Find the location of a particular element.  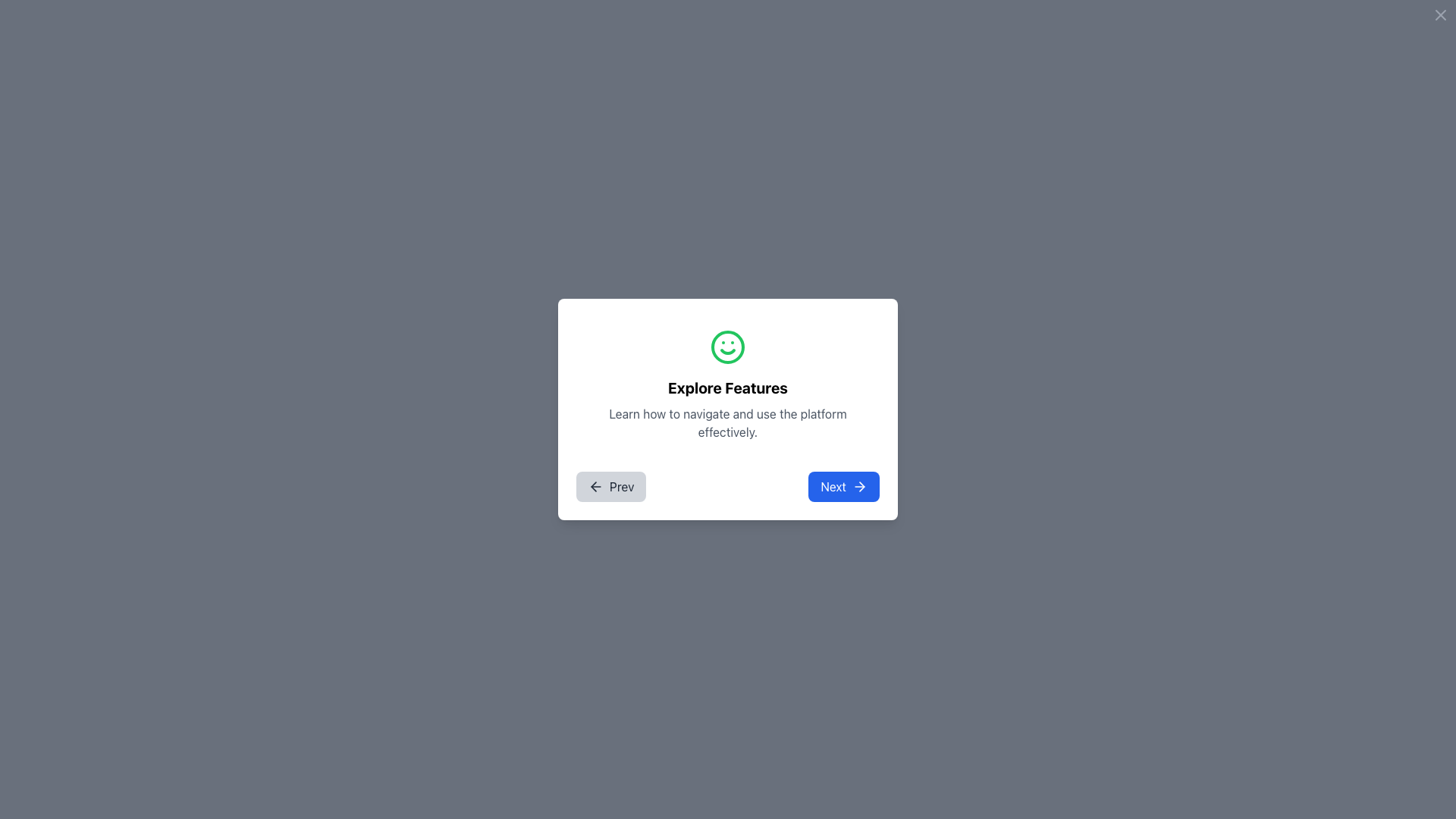

the rightward arrow icon within the 'Next' button on the modal dialog is located at coordinates (861, 486).